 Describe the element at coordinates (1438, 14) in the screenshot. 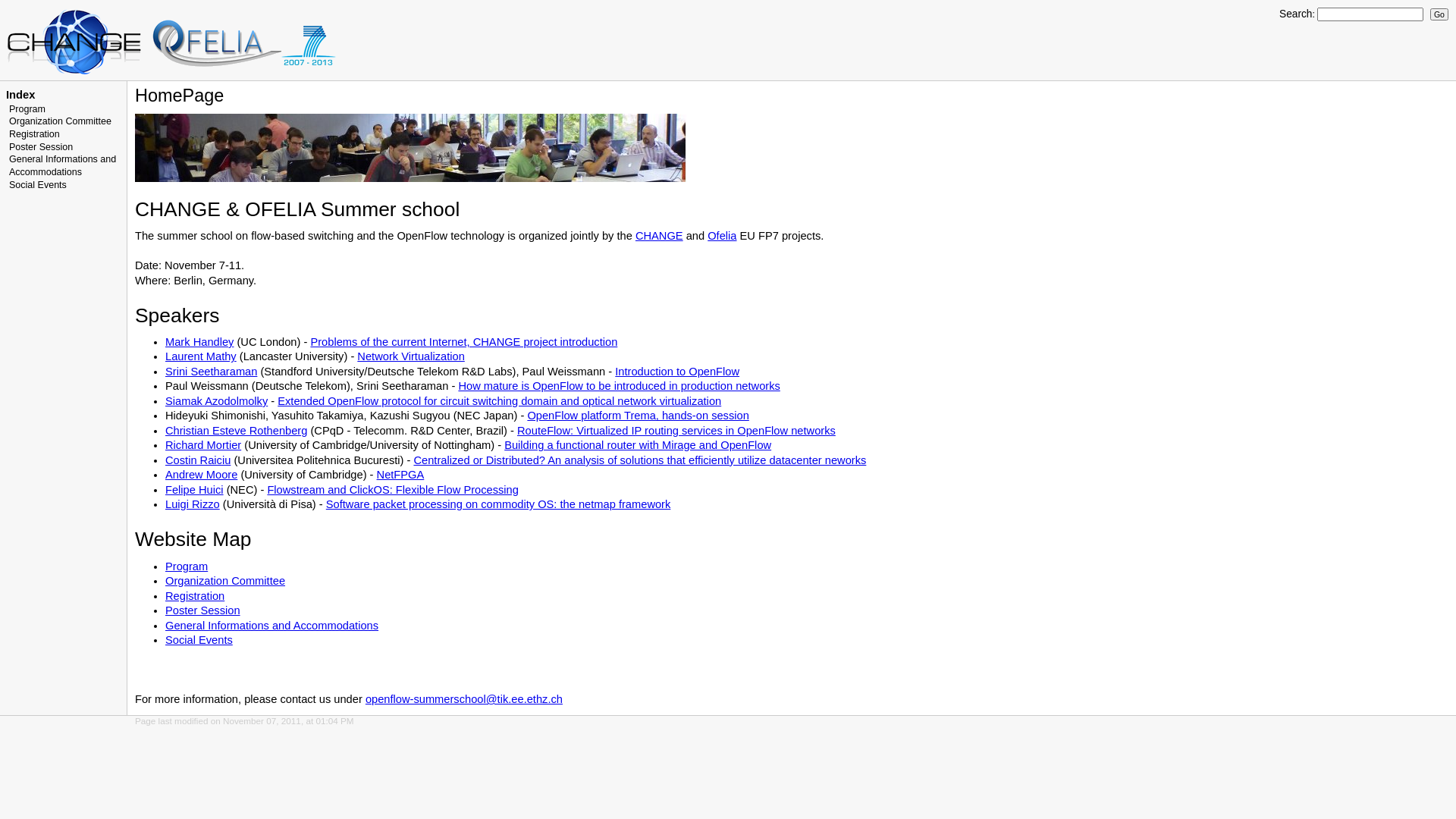

I see `'Go'` at that location.